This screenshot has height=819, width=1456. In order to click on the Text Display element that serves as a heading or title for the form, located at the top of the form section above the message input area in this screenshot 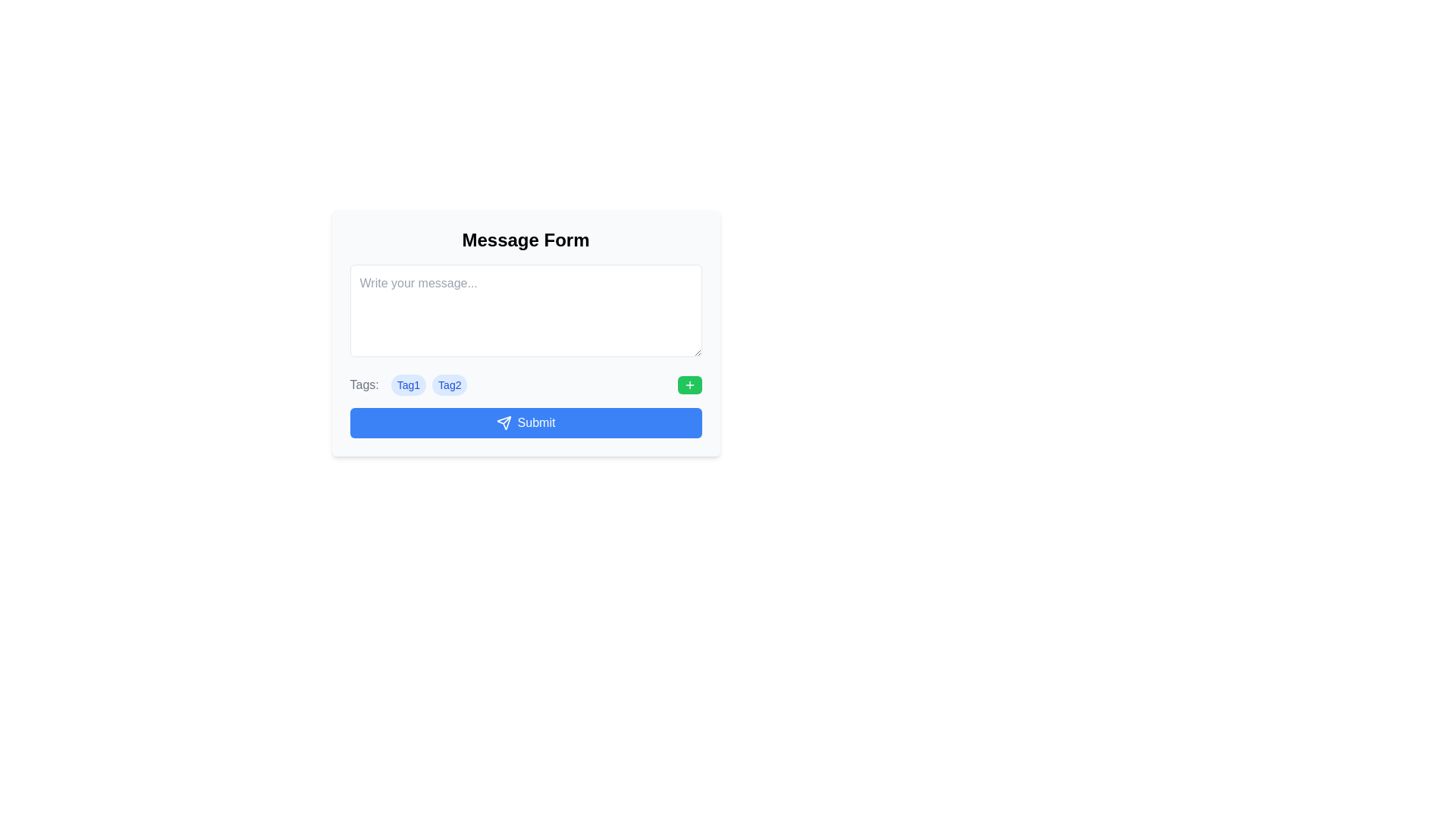, I will do `click(526, 239)`.